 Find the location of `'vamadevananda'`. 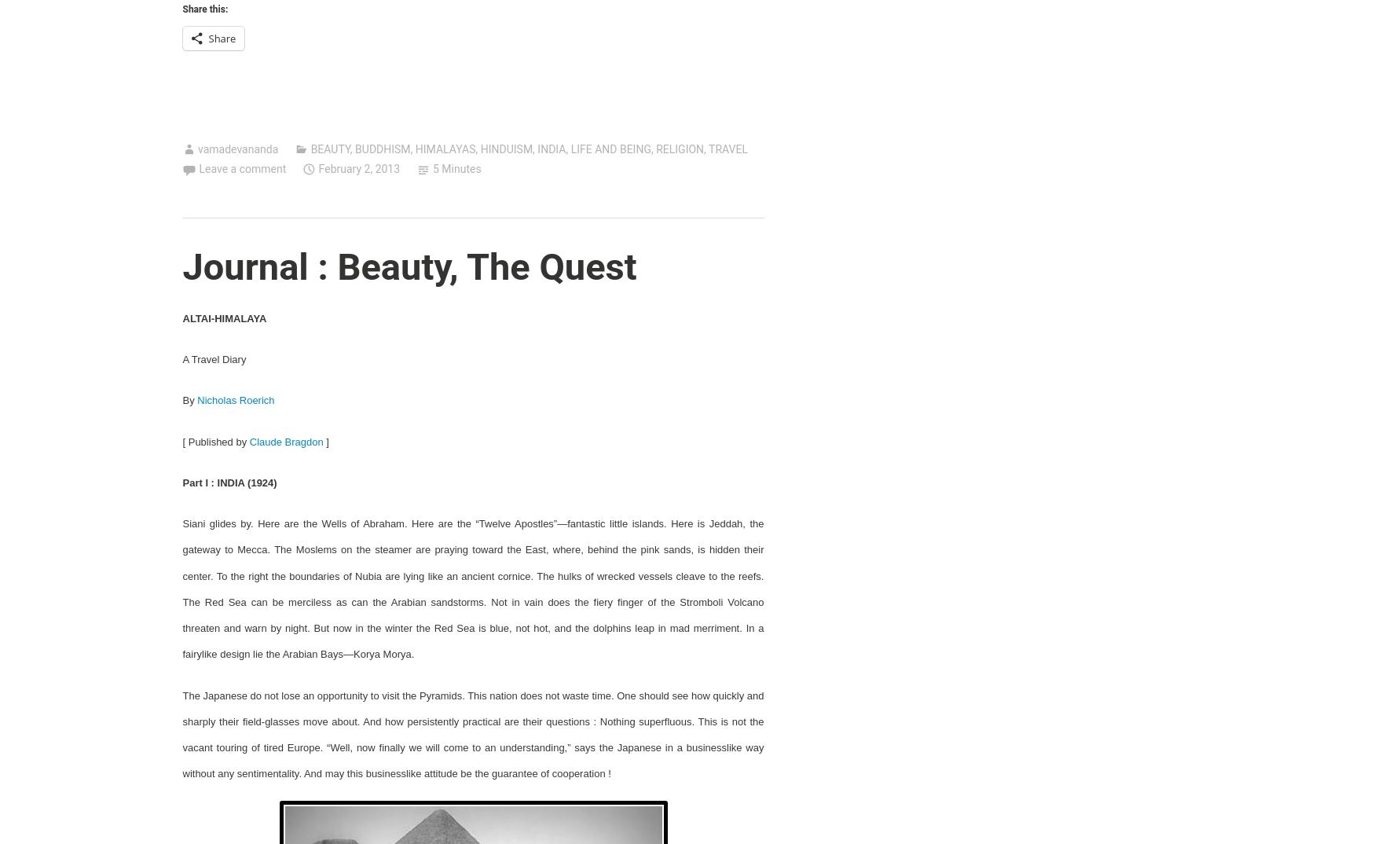

'vamadevananda' is located at coordinates (236, 149).